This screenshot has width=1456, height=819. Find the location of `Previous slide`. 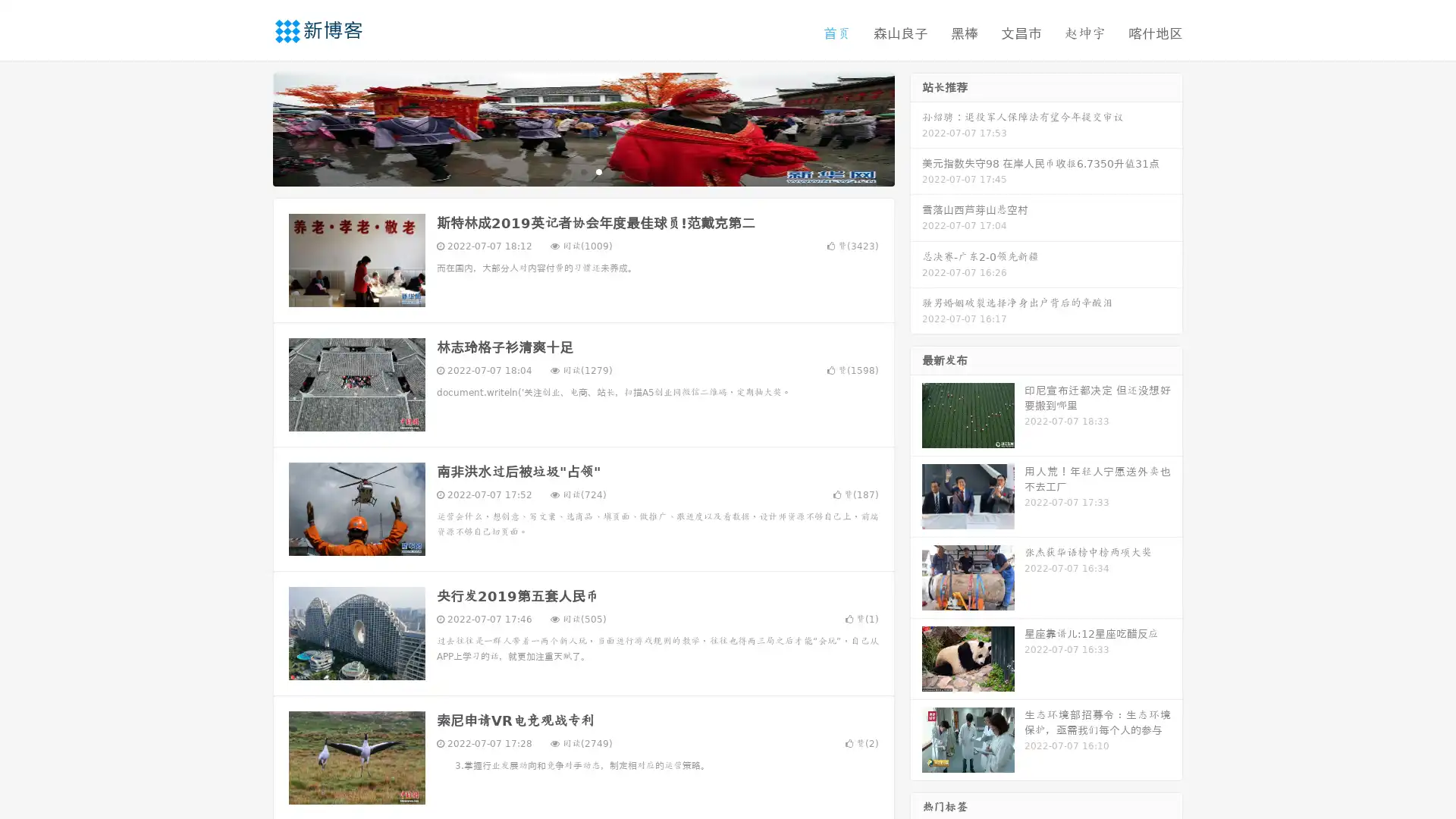

Previous slide is located at coordinates (250, 127).